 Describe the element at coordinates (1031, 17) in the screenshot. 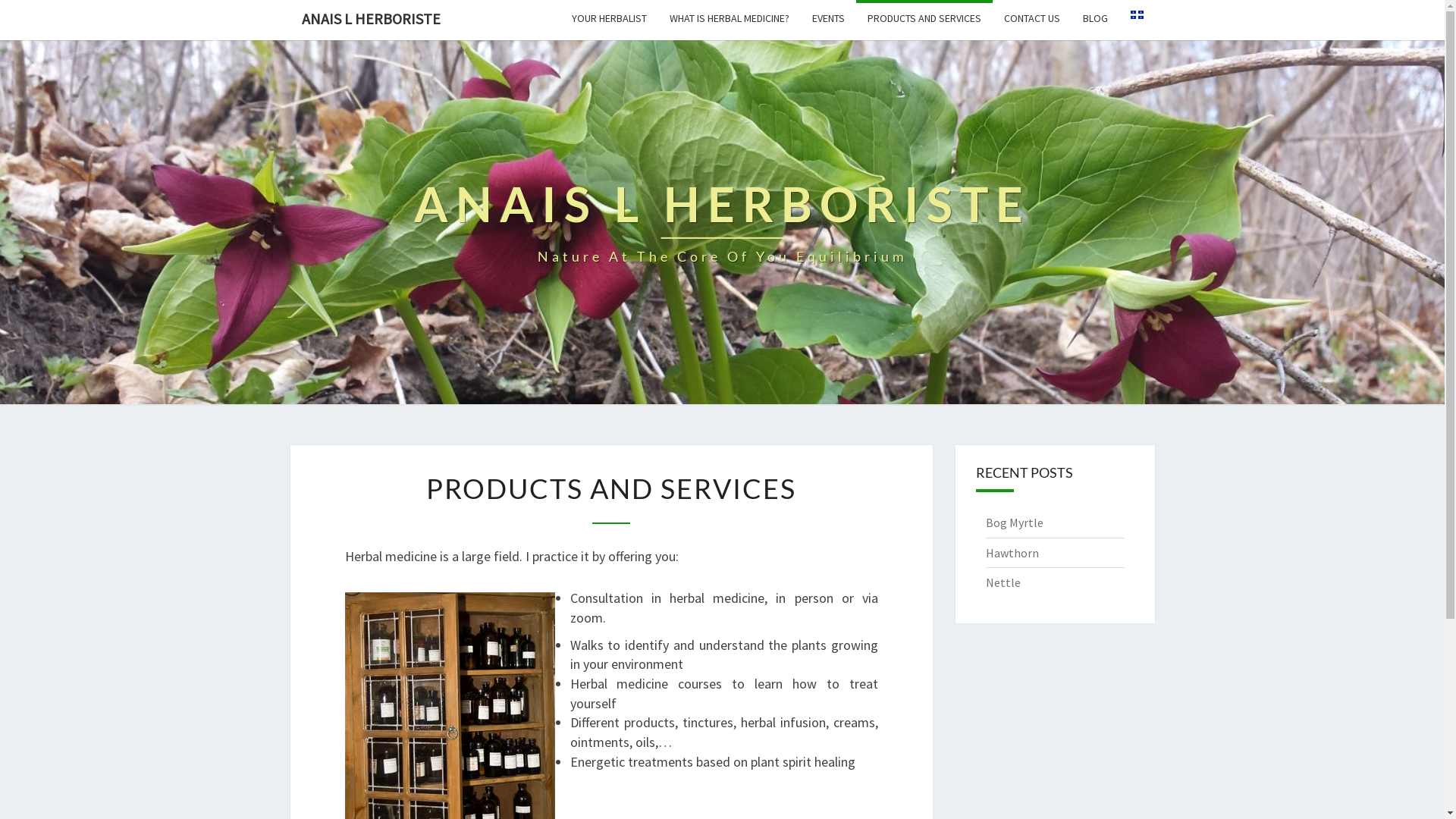

I see `'CONTACT US'` at that location.